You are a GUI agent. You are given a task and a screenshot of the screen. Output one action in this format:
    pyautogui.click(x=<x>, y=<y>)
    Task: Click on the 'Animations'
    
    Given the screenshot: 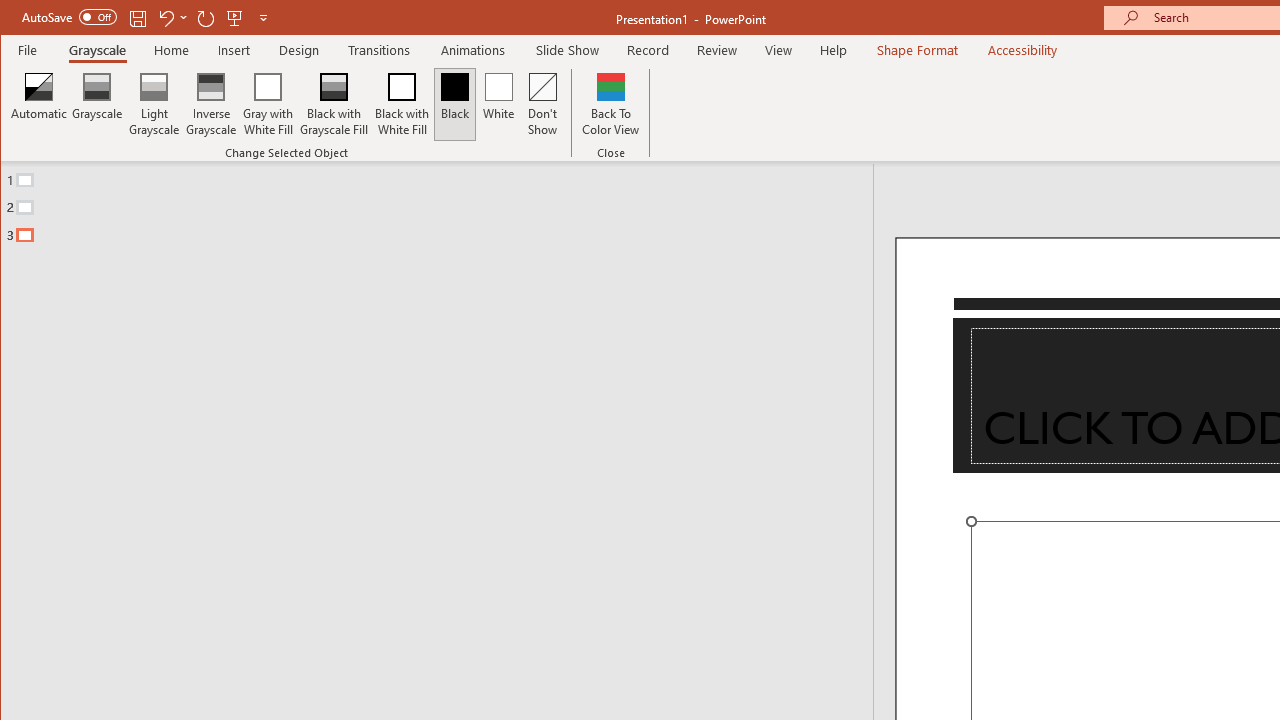 What is the action you would take?
    pyautogui.click(x=472, y=49)
    